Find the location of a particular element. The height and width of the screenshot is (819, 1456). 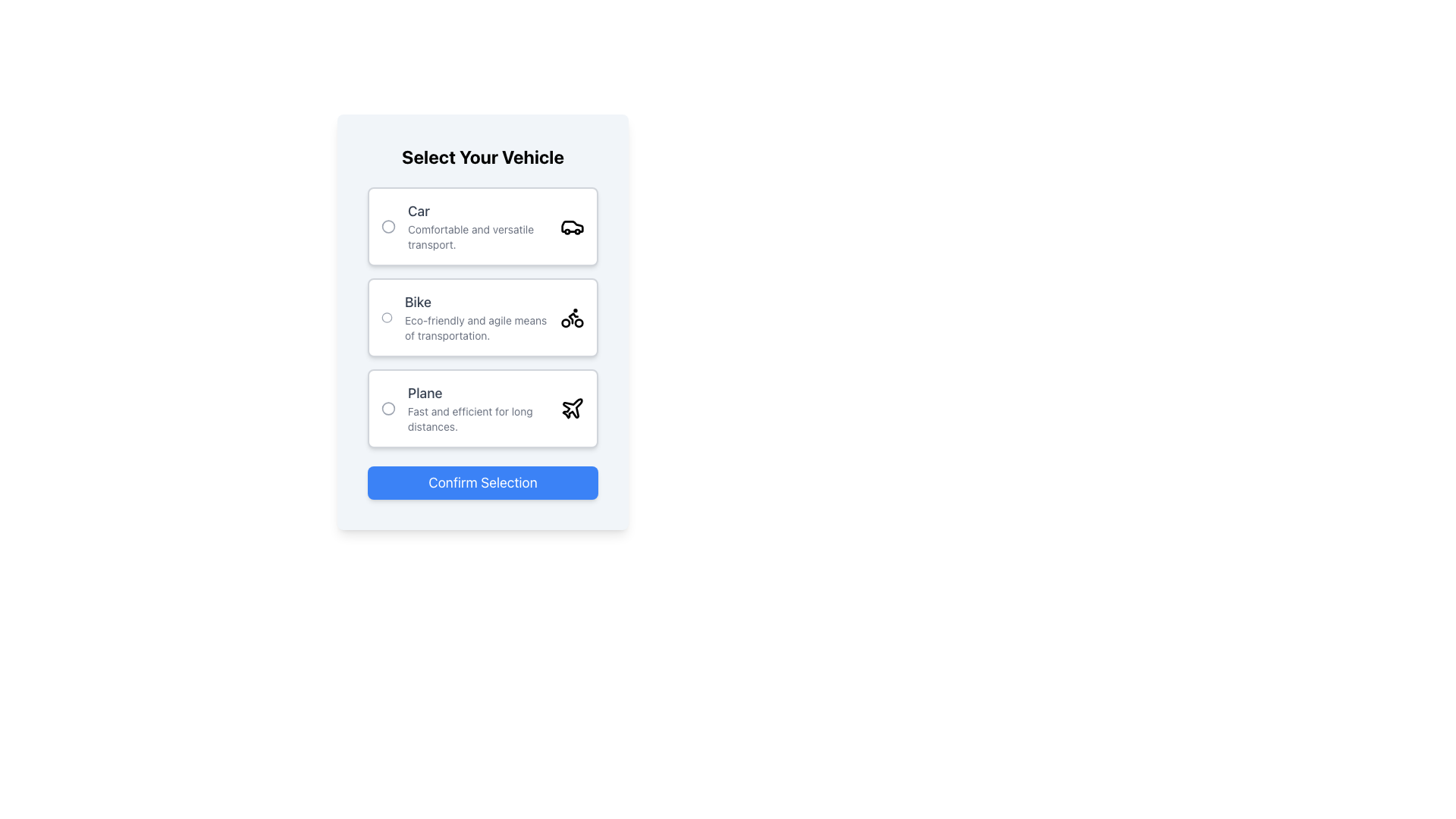

the 'Bike' option icon located on the right side of its option card in the 'Select Your Vehicle' section, which visually represents an eco-friendly and agile means of transportation is located at coordinates (571, 317).